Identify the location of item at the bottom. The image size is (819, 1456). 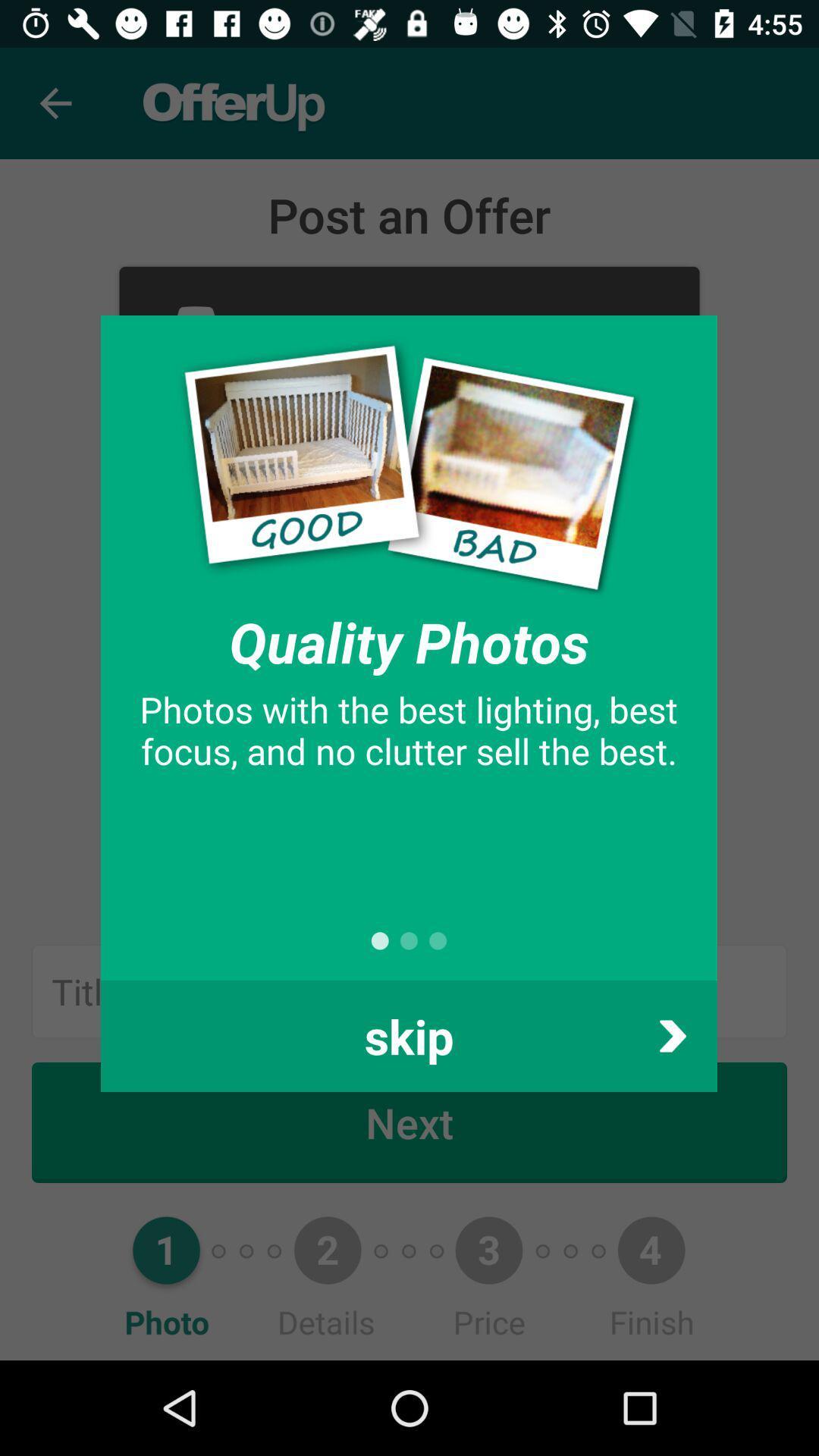
(408, 1035).